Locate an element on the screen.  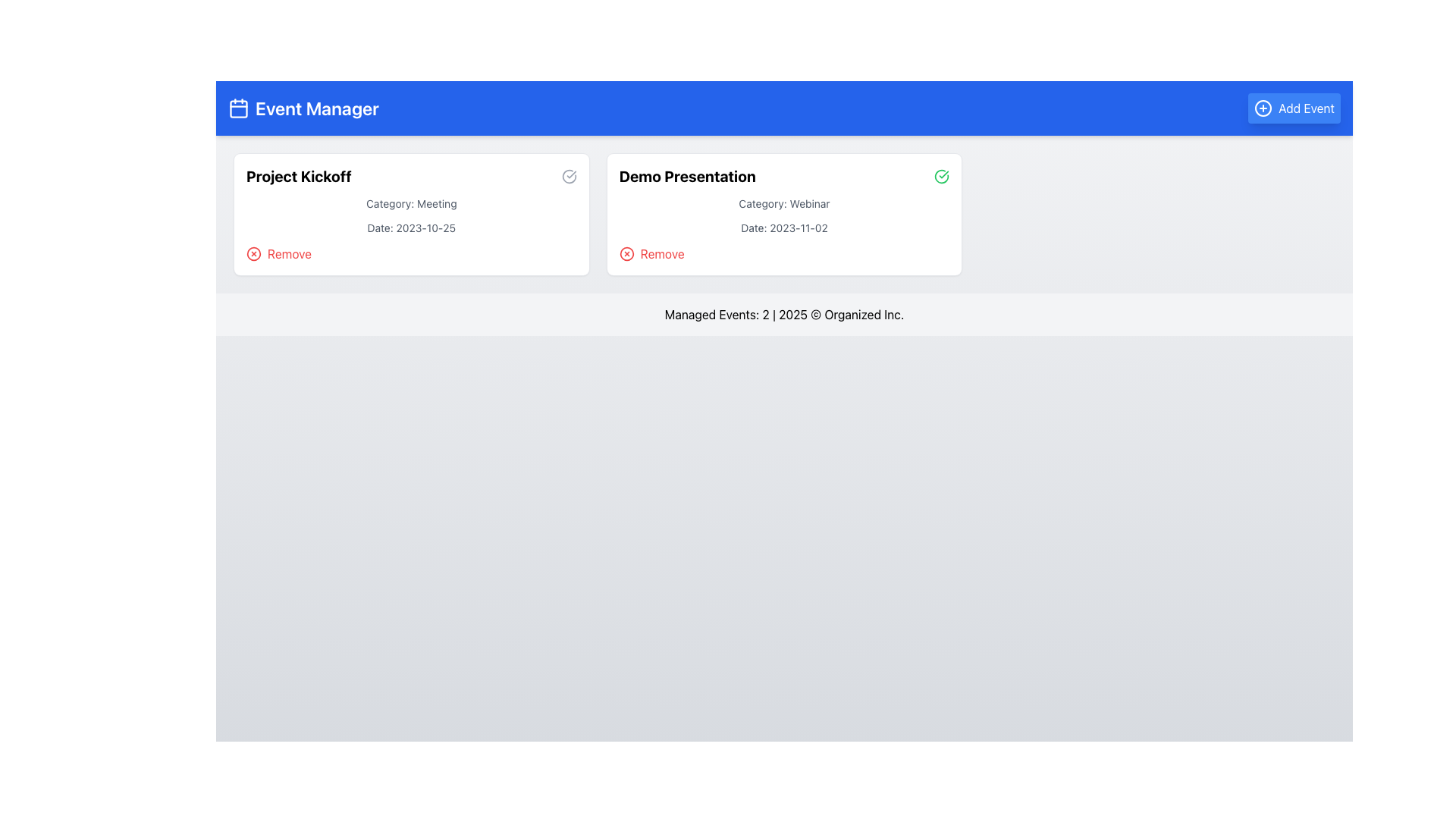
the remove button located at the bottom of the 'Demo Presentation' card is located at coordinates (651, 253).